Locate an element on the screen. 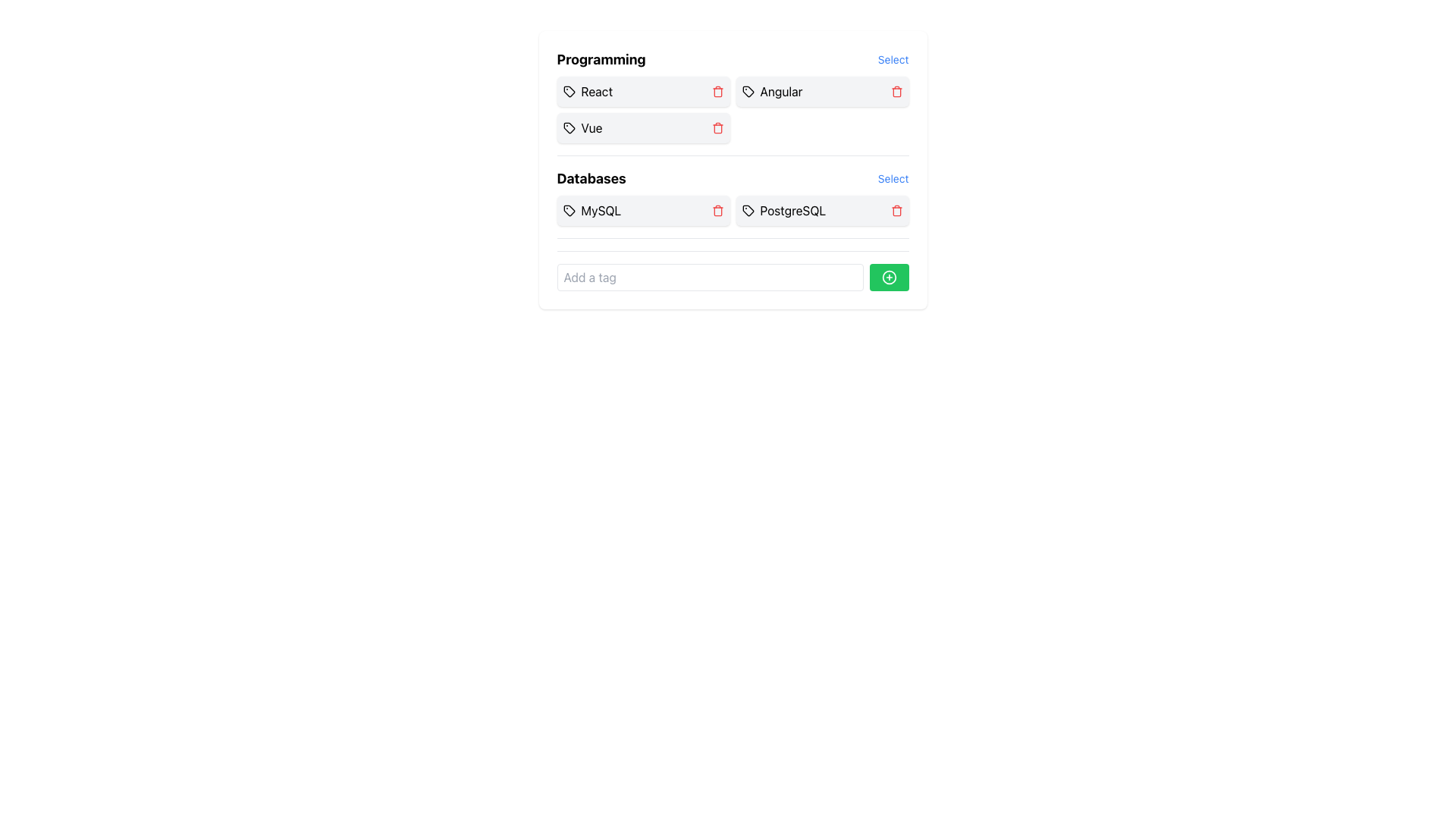 Image resolution: width=1456 pixels, height=819 pixels. the bold, large-sized text label 'Programming' positioned at the top left of the section, which serves as a header and is located to the left of the 'Select' button is located at coordinates (600, 58).